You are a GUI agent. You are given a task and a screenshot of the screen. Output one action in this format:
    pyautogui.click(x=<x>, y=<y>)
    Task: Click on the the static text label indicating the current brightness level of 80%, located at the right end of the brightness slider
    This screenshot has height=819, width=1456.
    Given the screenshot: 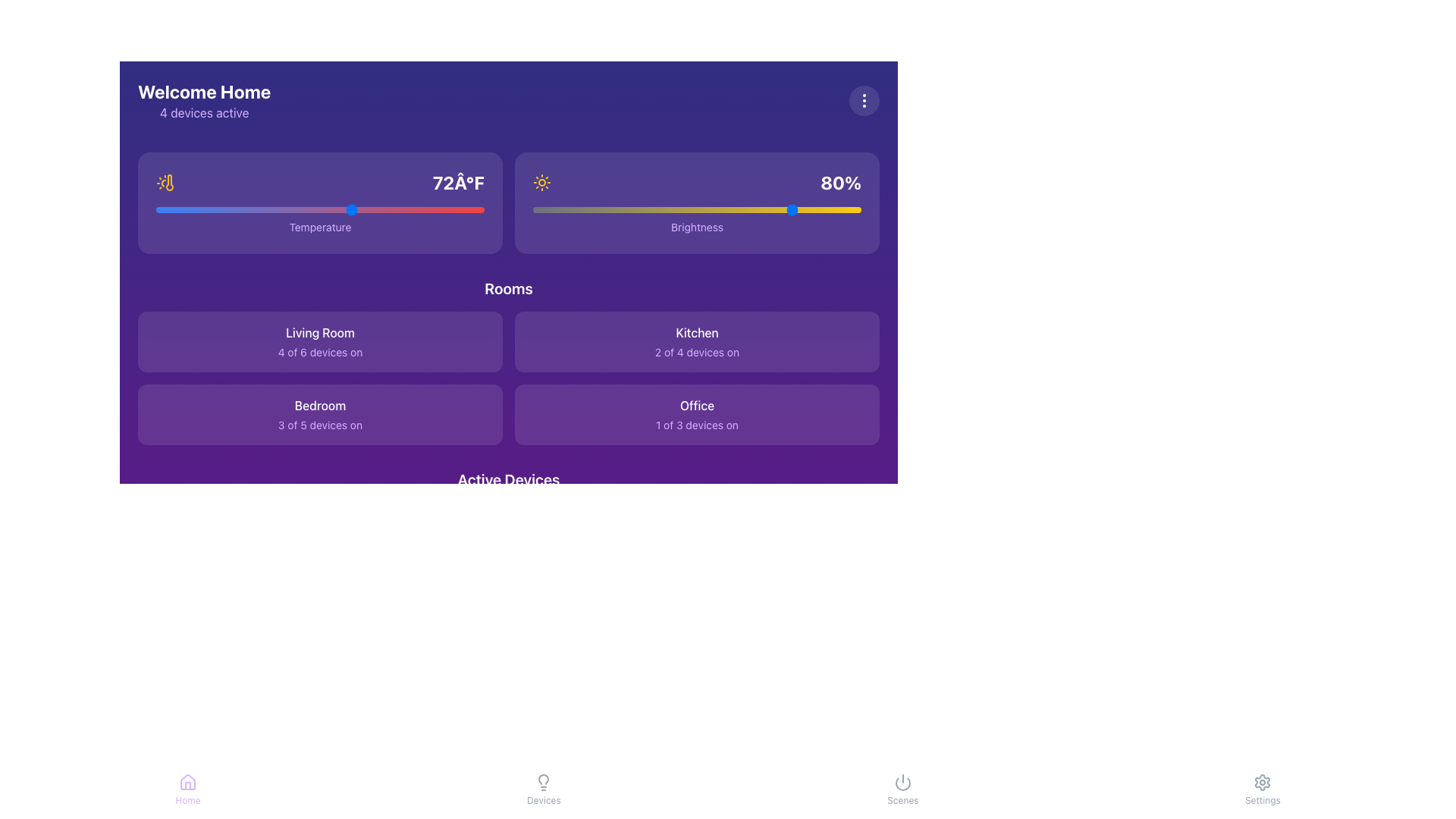 What is the action you would take?
    pyautogui.click(x=840, y=181)
    